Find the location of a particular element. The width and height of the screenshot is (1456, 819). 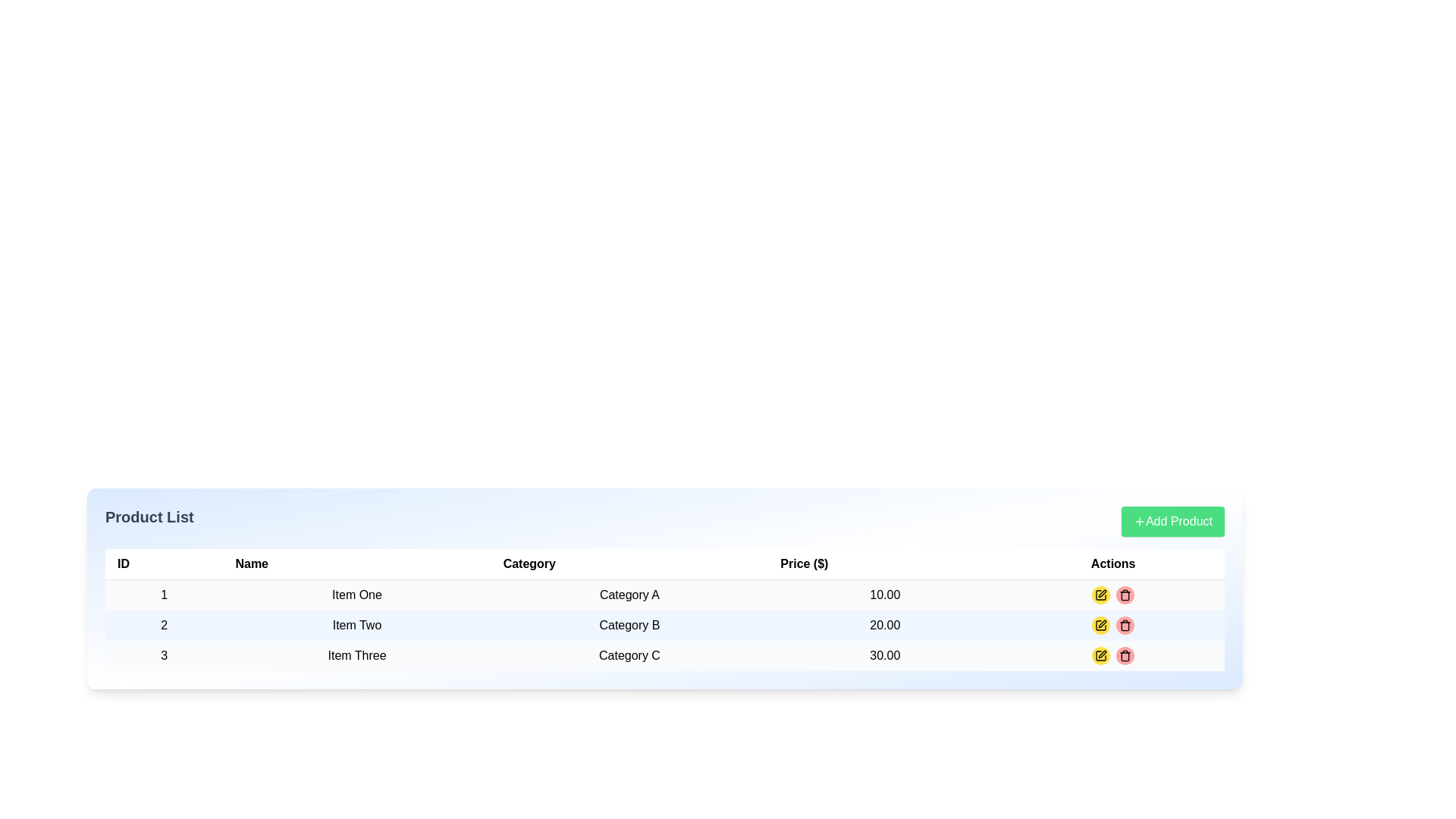

the edit icon button located in the 'Actions' column of the table for 'Item Two' to initiate the edit action is located at coordinates (1101, 626).